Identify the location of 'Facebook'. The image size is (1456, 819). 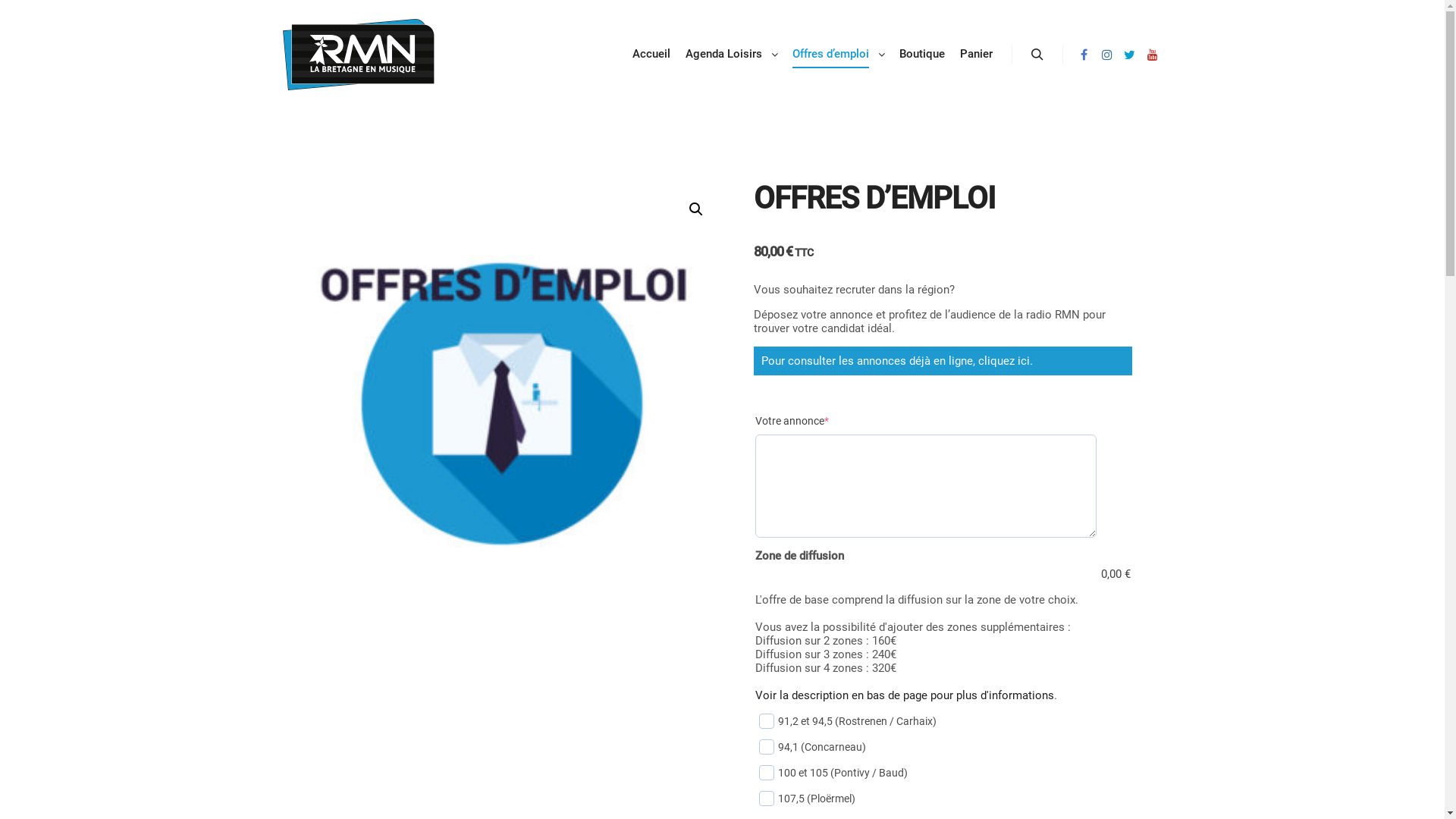
(1073, 54).